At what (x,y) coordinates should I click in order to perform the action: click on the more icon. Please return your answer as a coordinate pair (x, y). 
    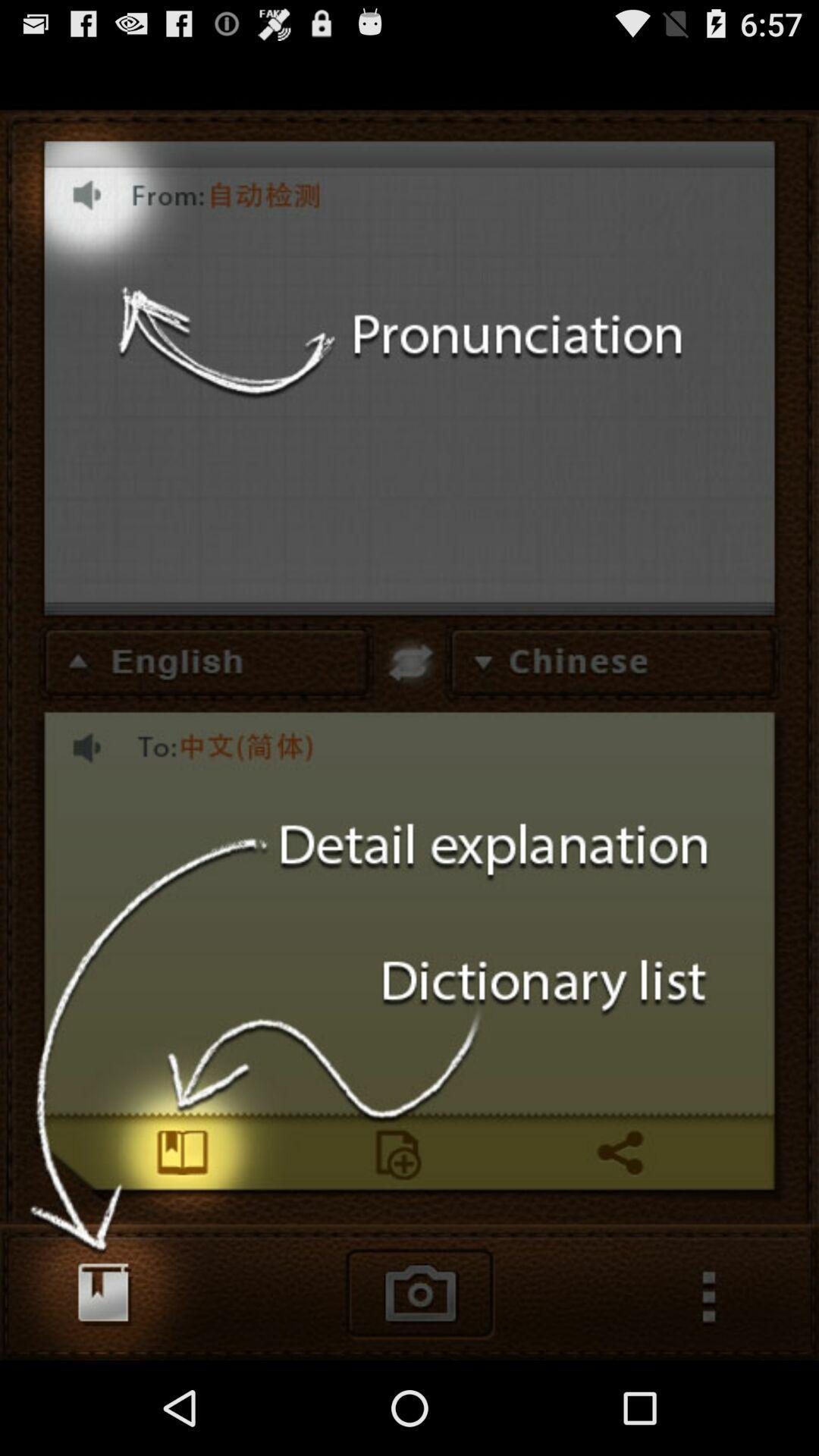
    Looking at the image, I should click on (717, 1401).